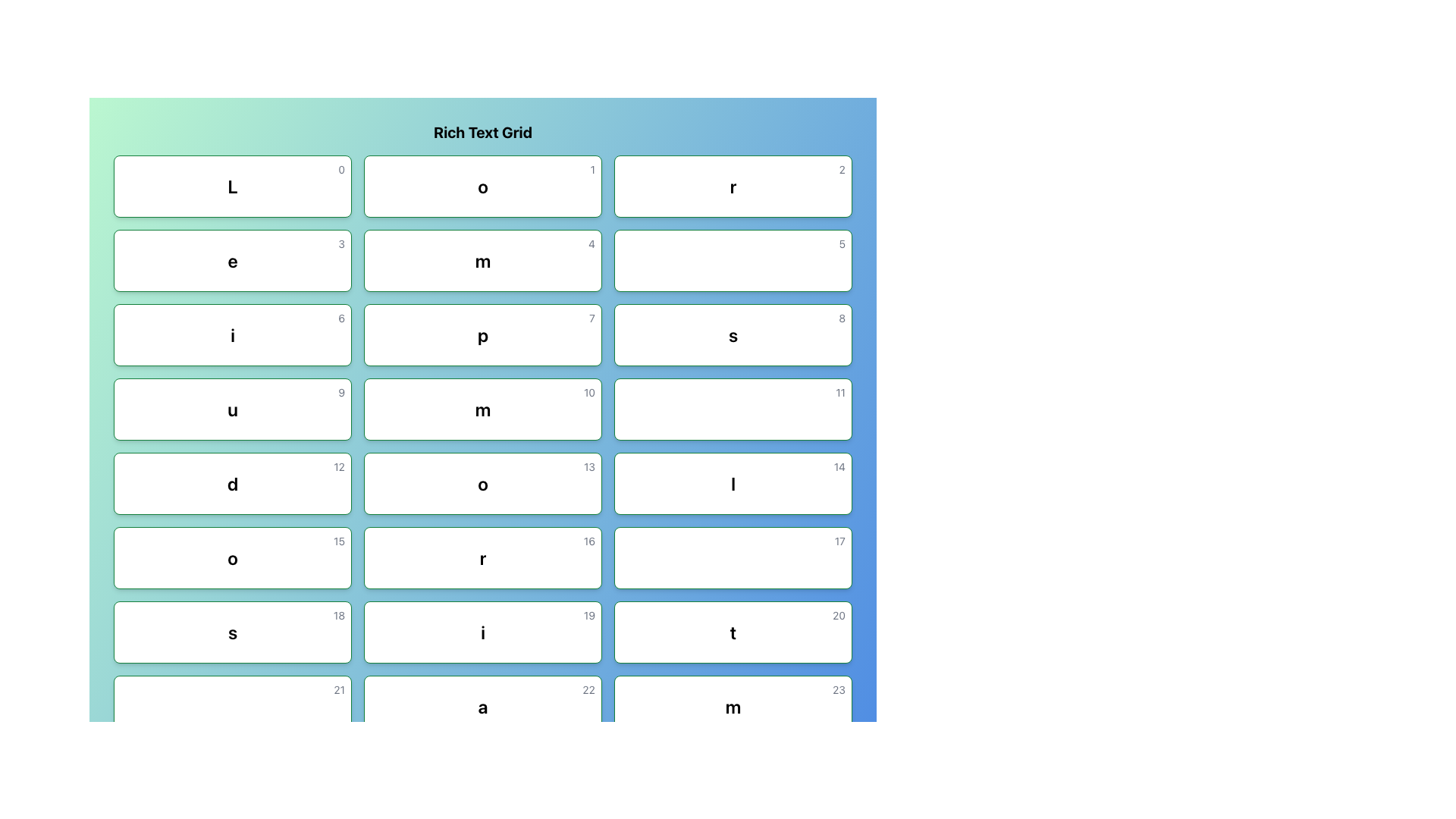  What do you see at coordinates (591, 243) in the screenshot?
I see `the numeral '4' in gray located at the top-right corner of the rectangular box containing the bold letter 'm'` at bounding box center [591, 243].